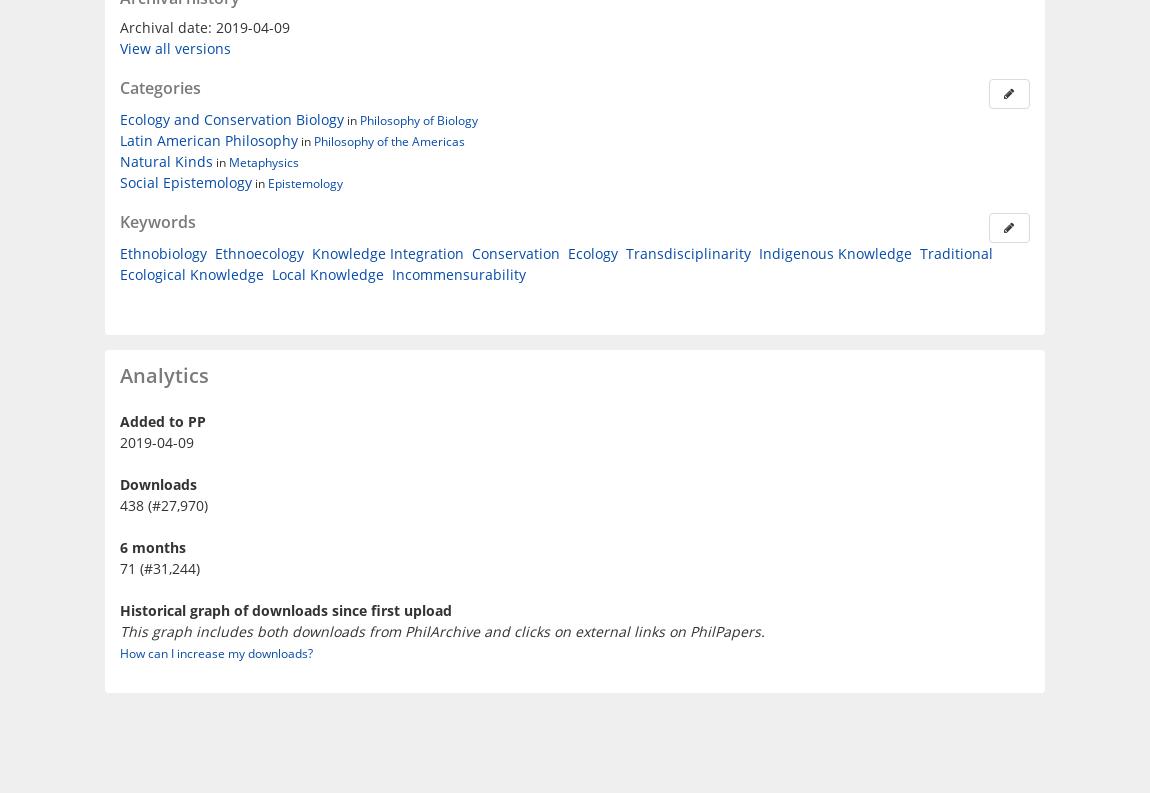 This screenshot has width=1150, height=793. What do you see at coordinates (230, 117) in the screenshot?
I see `'Ecology and Conservation Biology'` at bounding box center [230, 117].